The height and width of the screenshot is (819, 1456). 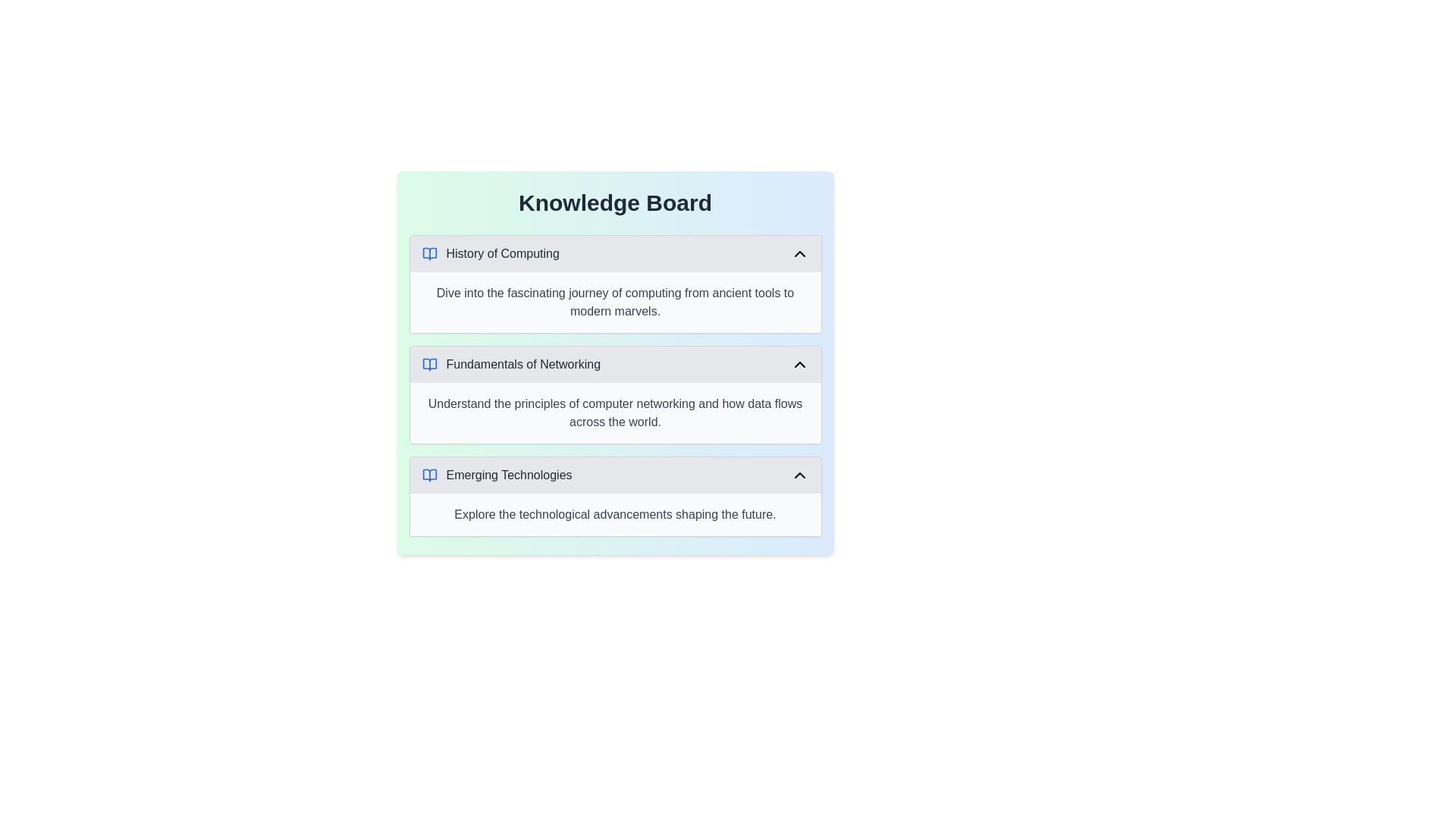 What do you see at coordinates (497, 475) in the screenshot?
I see `the 'Emerging Technologies' label which features a blue icon resembling an open book, located in the 'Knowledge Board' interface` at bounding box center [497, 475].